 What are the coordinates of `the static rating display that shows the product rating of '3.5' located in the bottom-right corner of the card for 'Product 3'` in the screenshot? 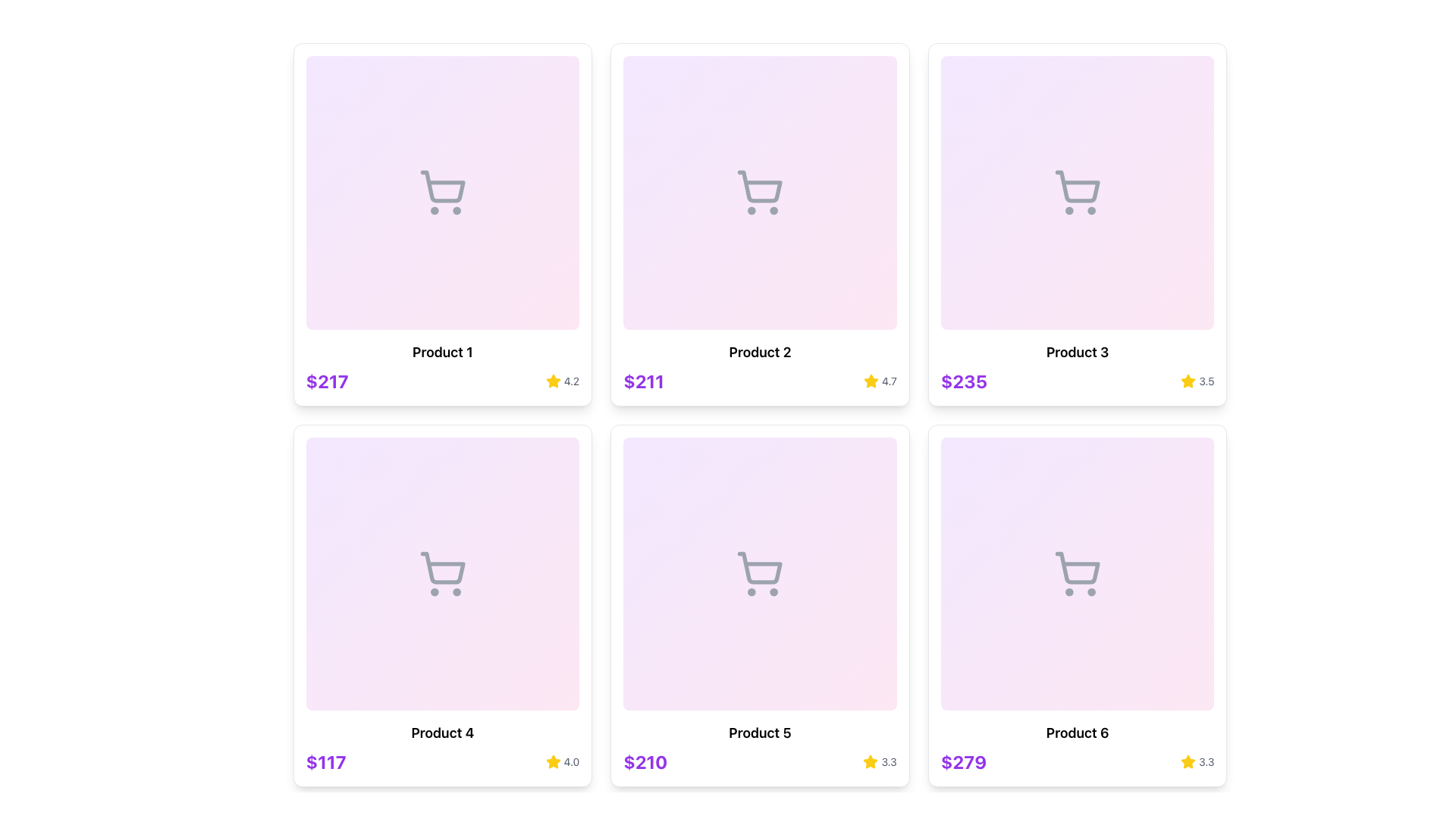 It's located at (1197, 380).